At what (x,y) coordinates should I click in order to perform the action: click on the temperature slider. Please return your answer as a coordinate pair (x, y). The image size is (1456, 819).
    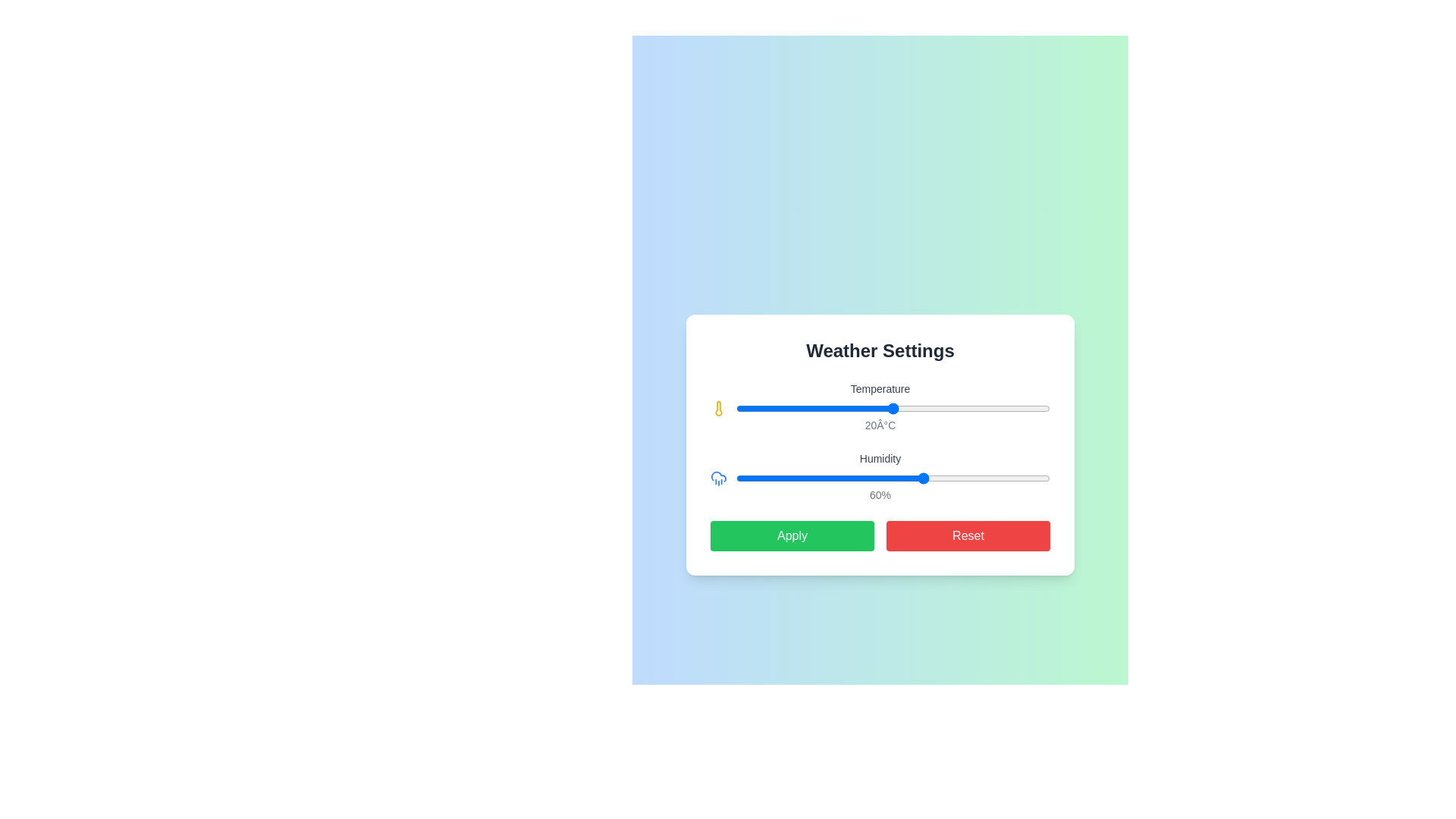
    Looking at the image, I should click on (979, 408).